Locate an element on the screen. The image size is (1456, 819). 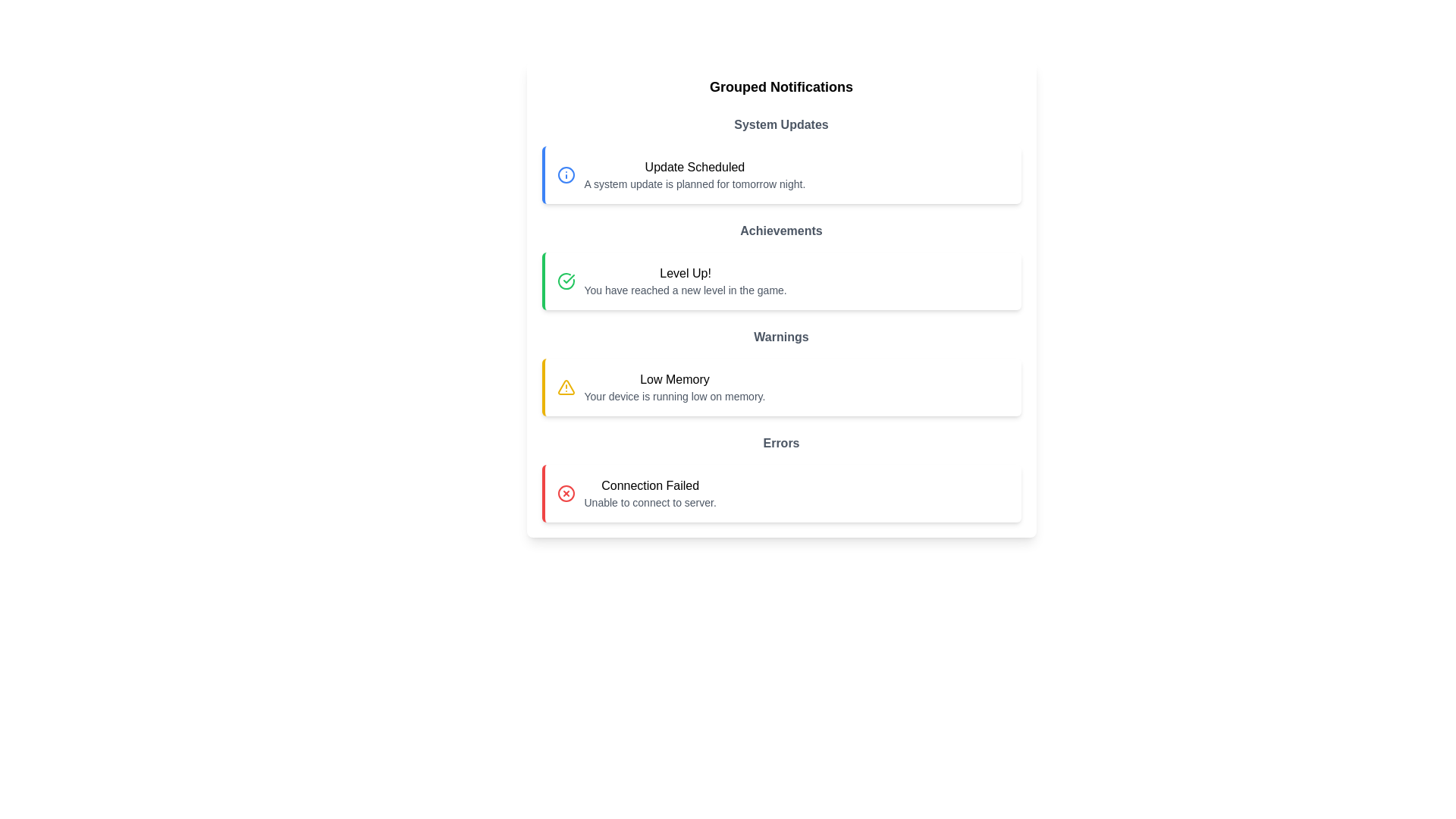
the triangular hazard icon with a bright yellow border and central exclamation mark in the 'Warnings' section of the notification list is located at coordinates (565, 386).